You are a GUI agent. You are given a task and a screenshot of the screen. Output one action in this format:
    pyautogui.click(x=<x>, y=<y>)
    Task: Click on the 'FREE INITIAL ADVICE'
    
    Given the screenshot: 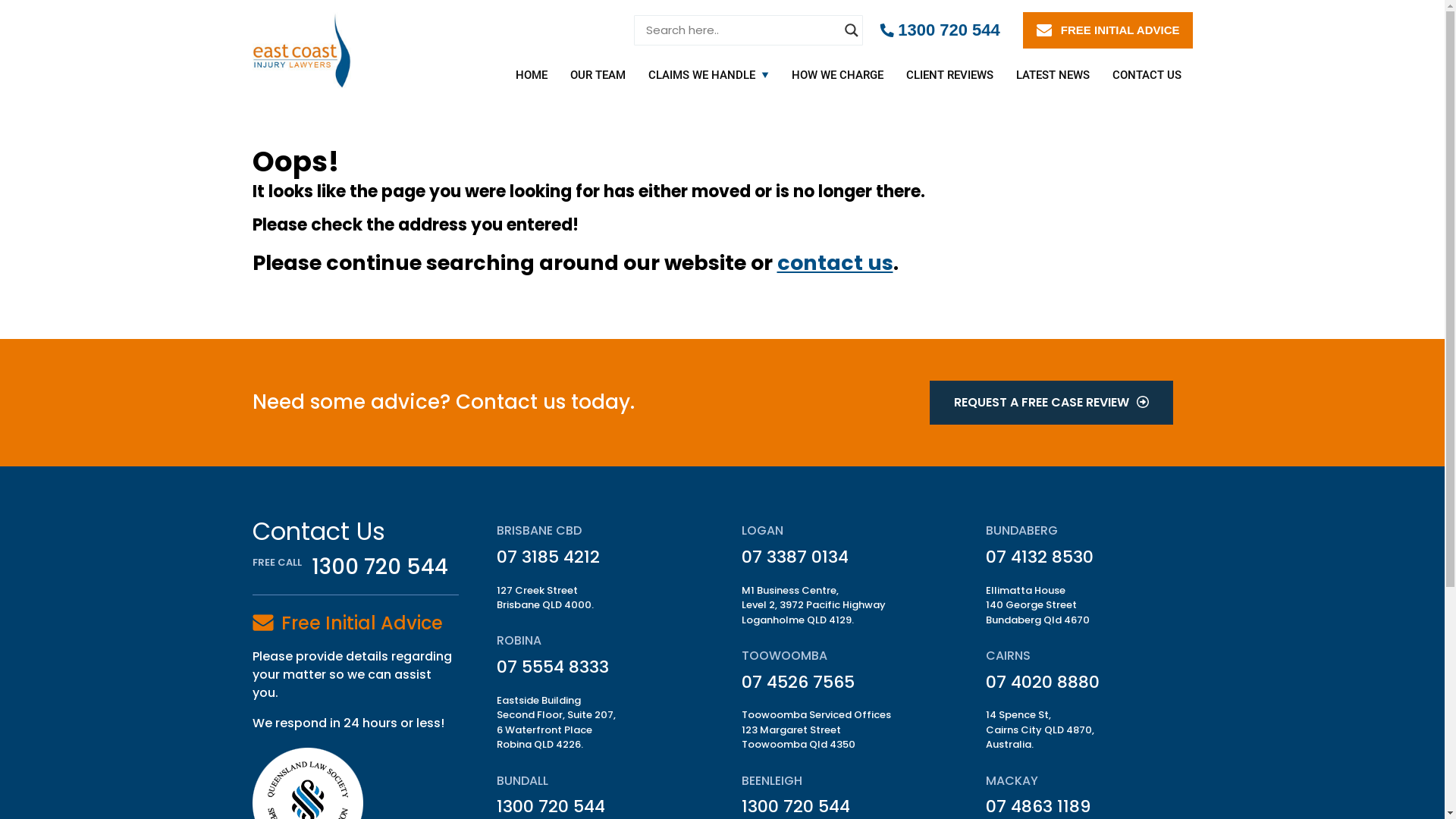 What is the action you would take?
    pyautogui.click(x=1107, y=30)
    